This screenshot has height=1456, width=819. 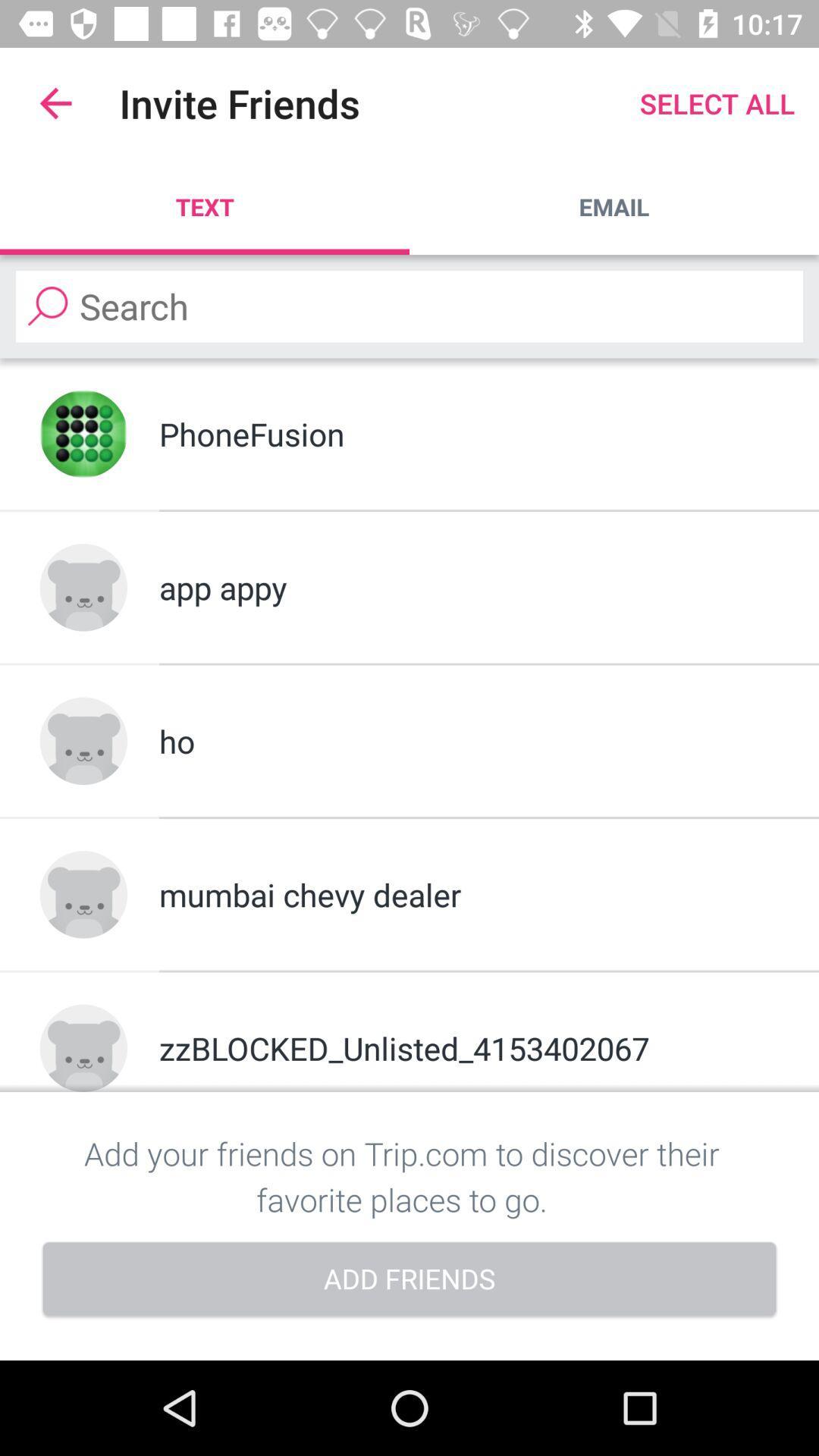 What do you see at coordinates (409, 1280) in the screenshot?
I see `add friends` at bounding box center [409, 1280].